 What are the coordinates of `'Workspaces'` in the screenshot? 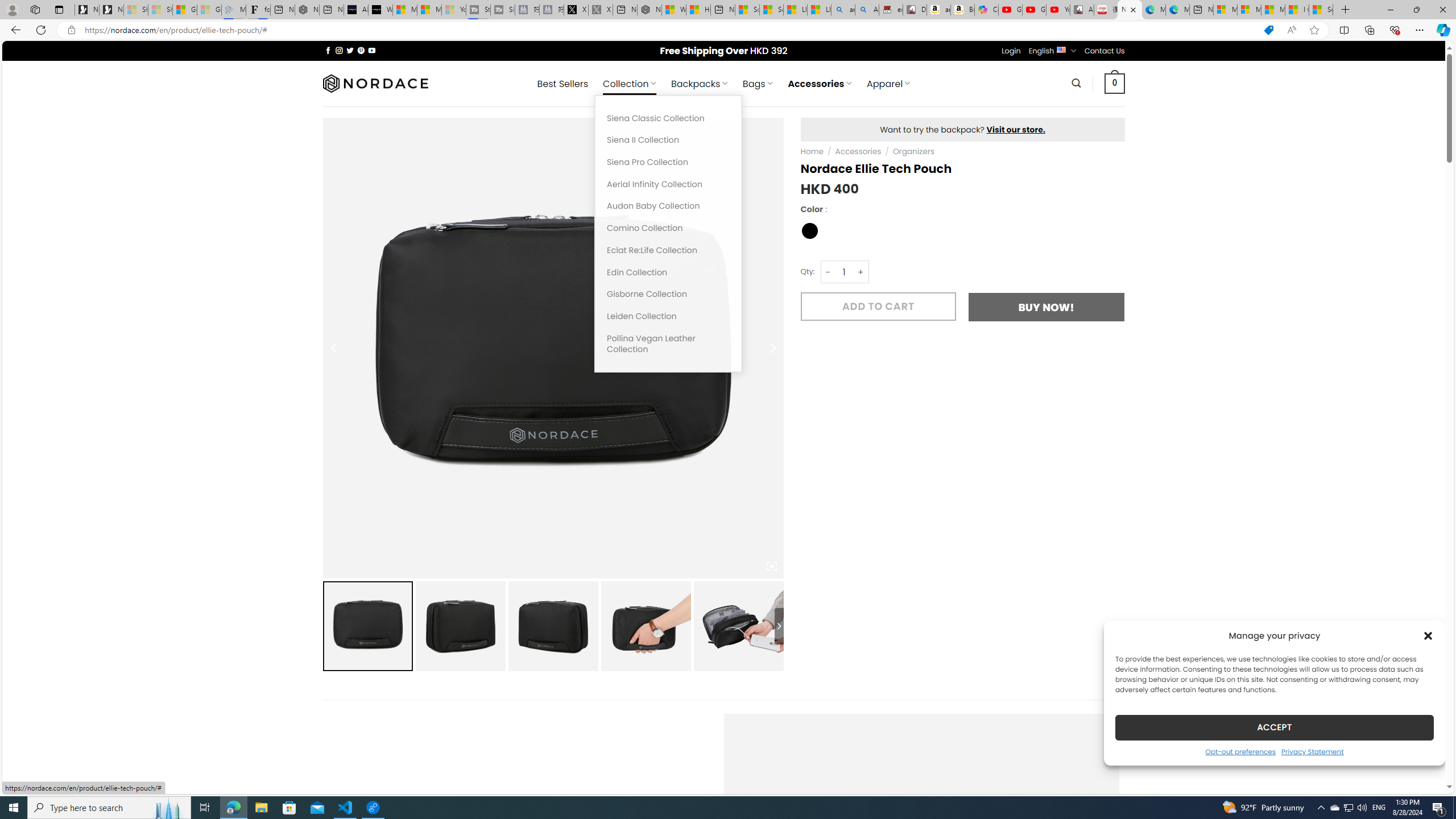 It's located at (35, 9).